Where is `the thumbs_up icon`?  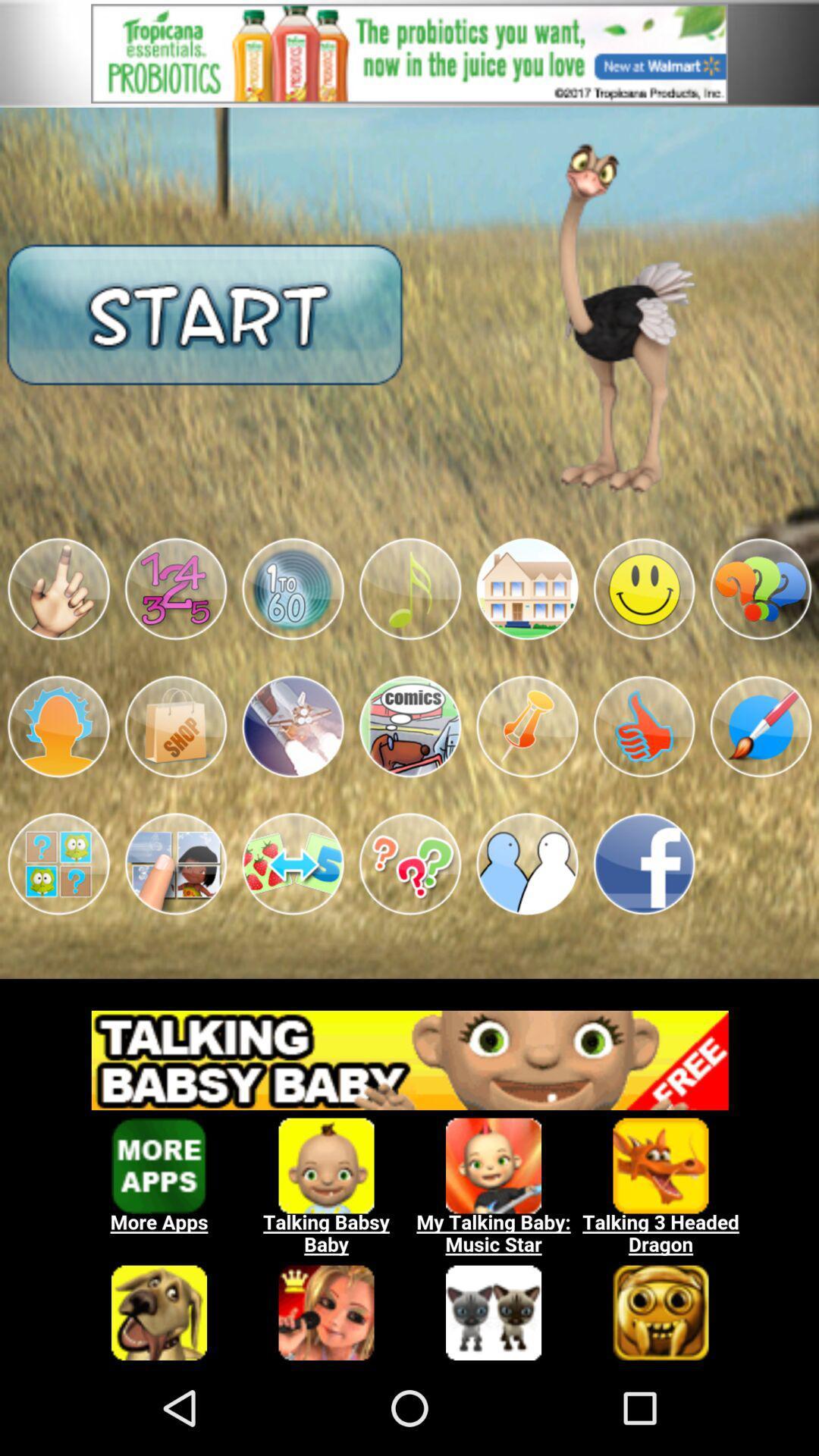
the thumbs_up icon is located at coordinates (644, 777).